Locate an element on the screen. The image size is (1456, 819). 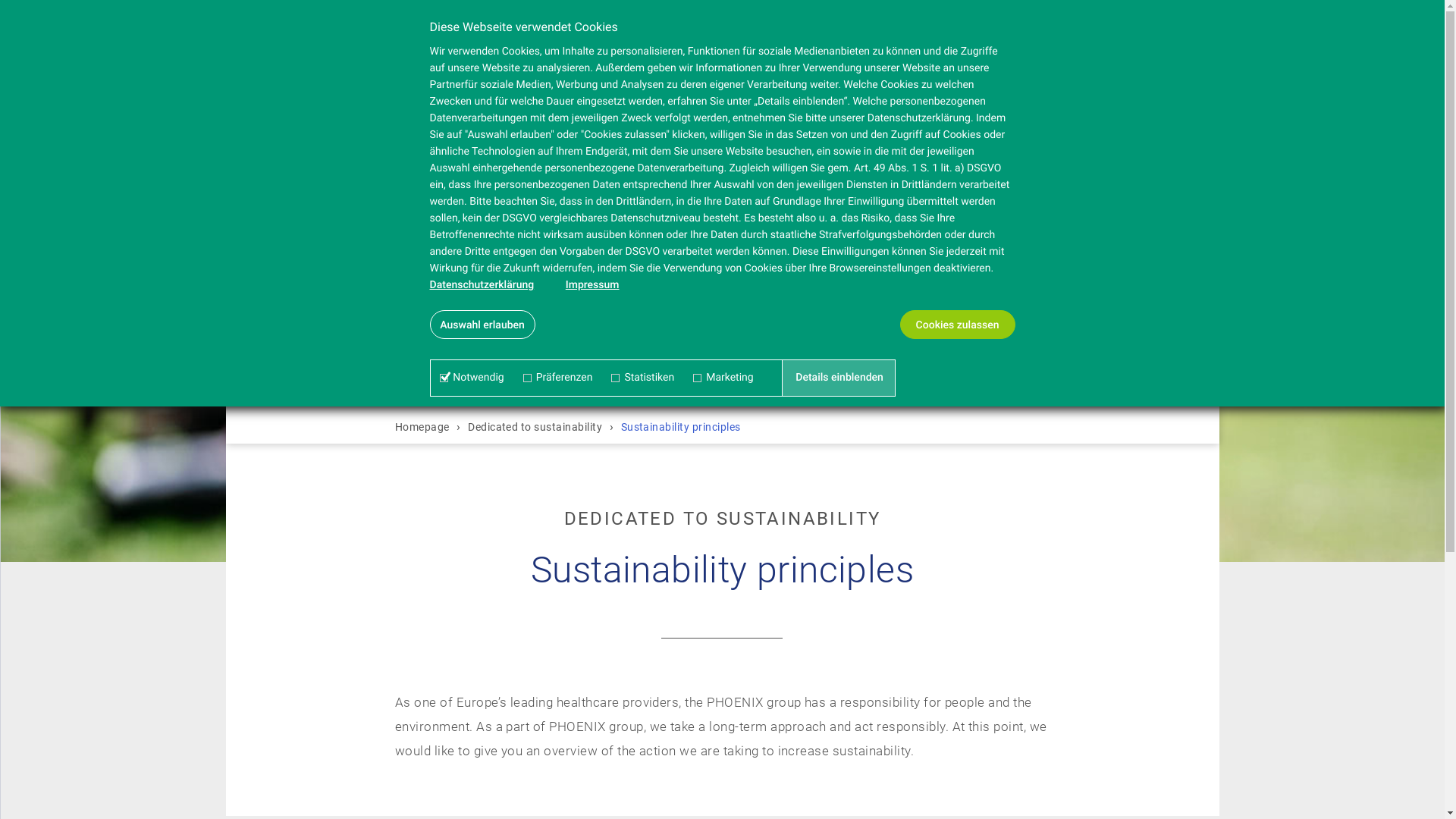
'Sustainability principles' is located at coordinates (679, 427).